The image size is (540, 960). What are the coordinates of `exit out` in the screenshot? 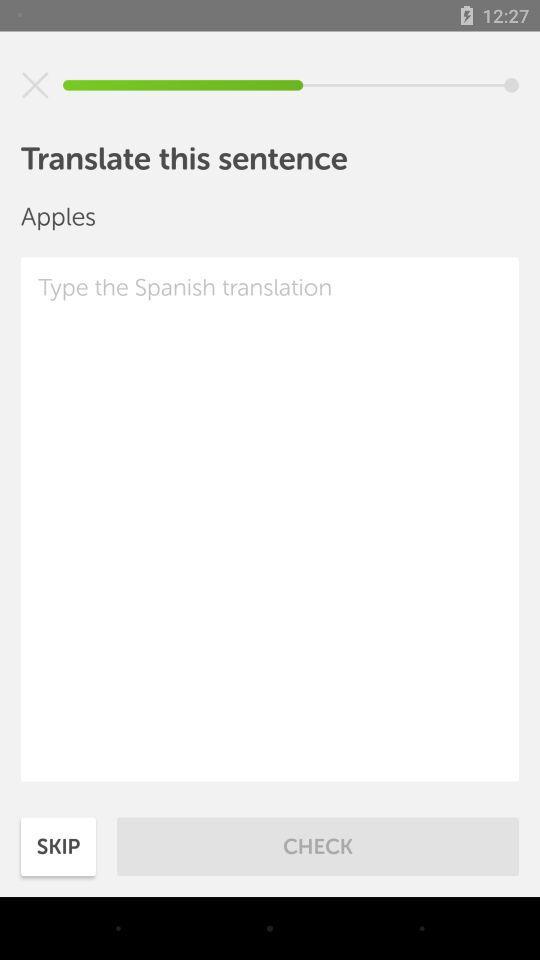 It's located at (35, 85).